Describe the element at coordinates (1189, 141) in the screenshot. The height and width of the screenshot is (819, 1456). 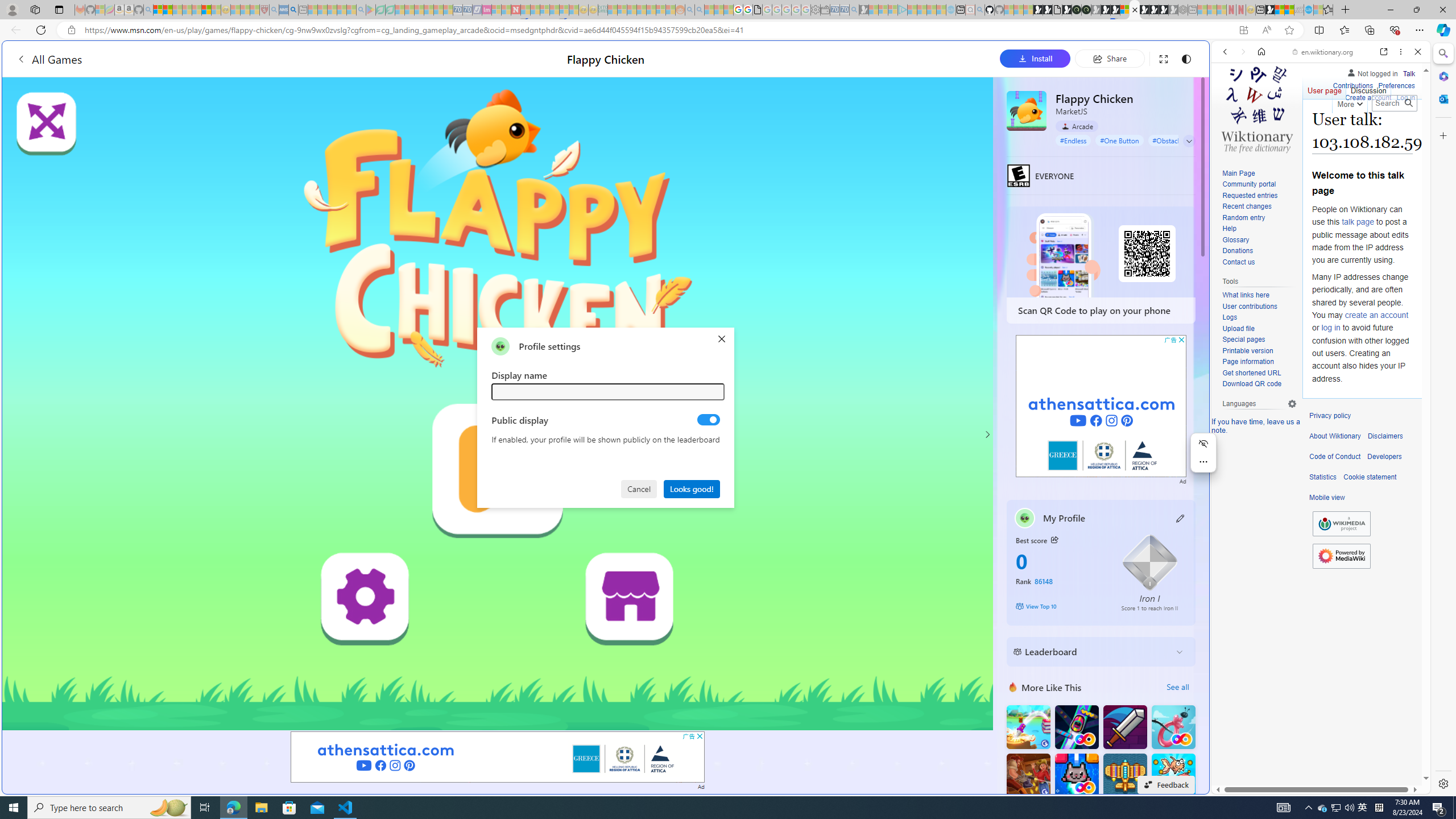
I see `'Class: expand-arrow neutral'` at that location.